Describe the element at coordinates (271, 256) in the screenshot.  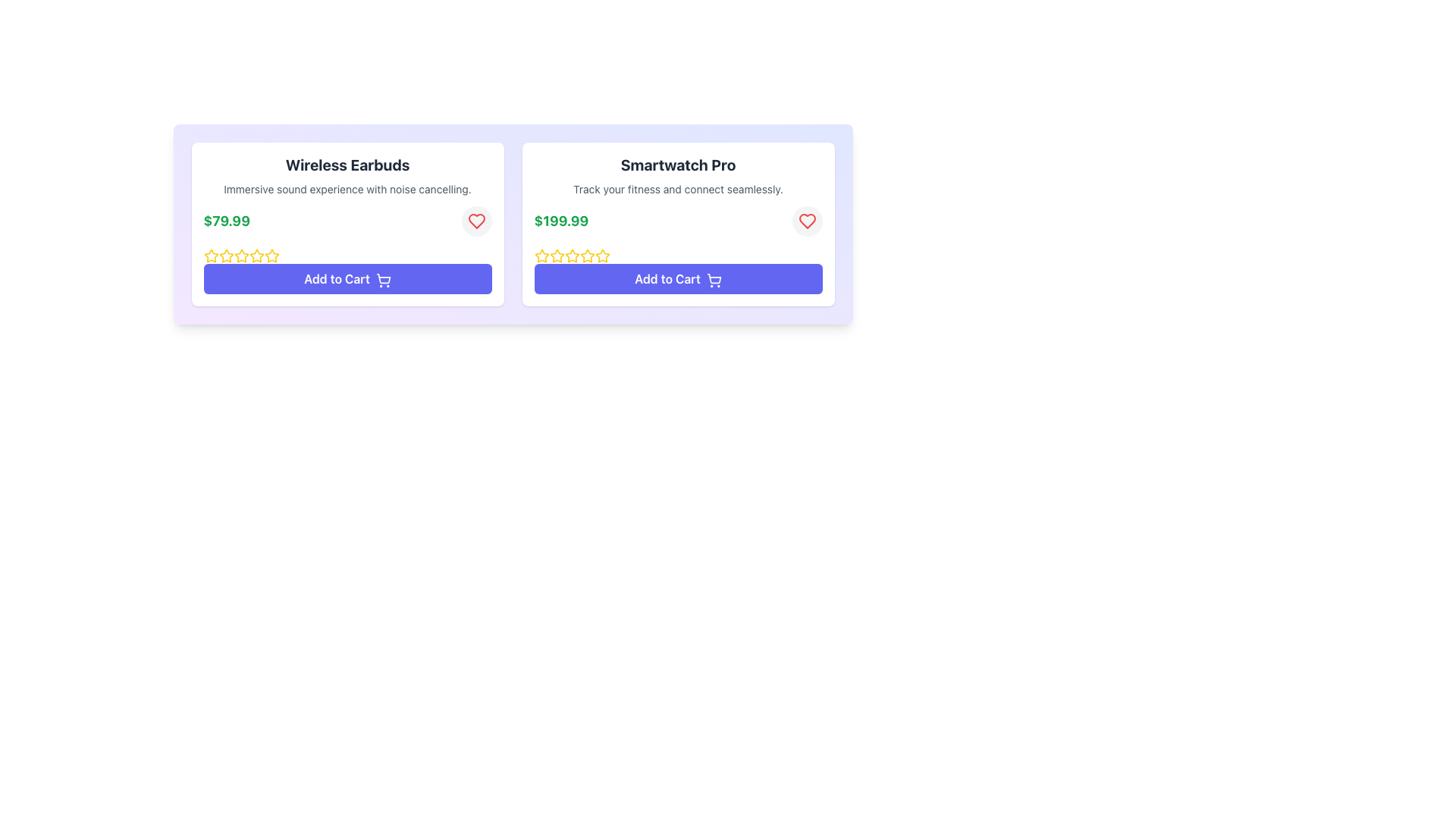
I see `the fifth star in the star rating bar of the product card labeled 'Wireless Earbuds' to rate the product` at that location.